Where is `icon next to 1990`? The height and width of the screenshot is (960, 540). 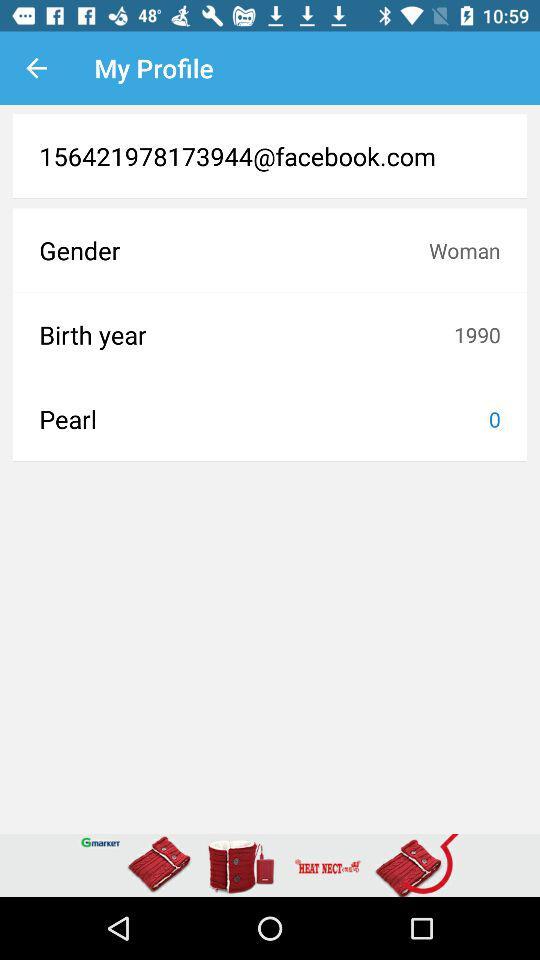
icon next to 1990 is located at coordinates (246, 334).